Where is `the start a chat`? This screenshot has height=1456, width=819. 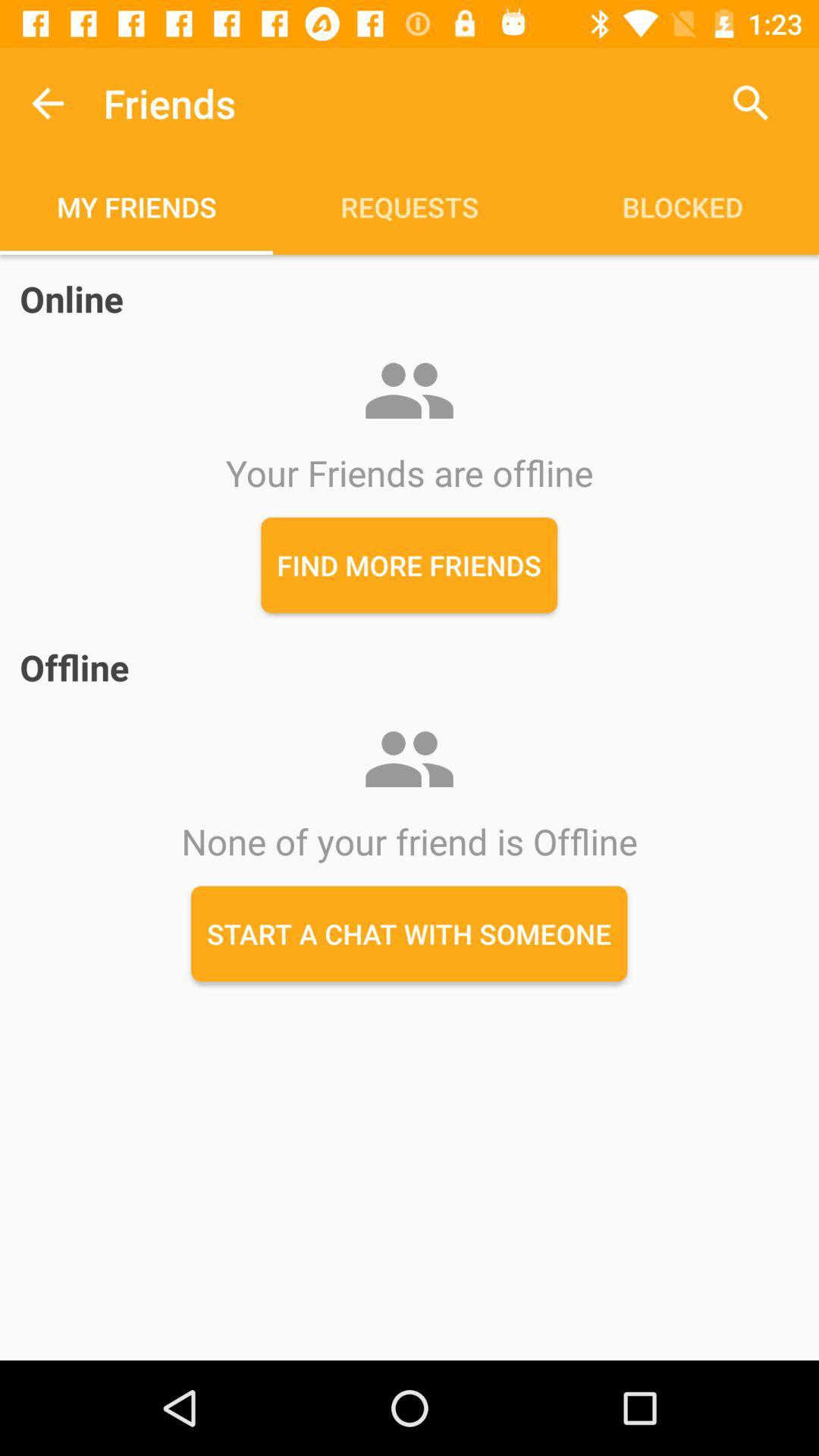 the start a chat is located at coordinates (408, 933).